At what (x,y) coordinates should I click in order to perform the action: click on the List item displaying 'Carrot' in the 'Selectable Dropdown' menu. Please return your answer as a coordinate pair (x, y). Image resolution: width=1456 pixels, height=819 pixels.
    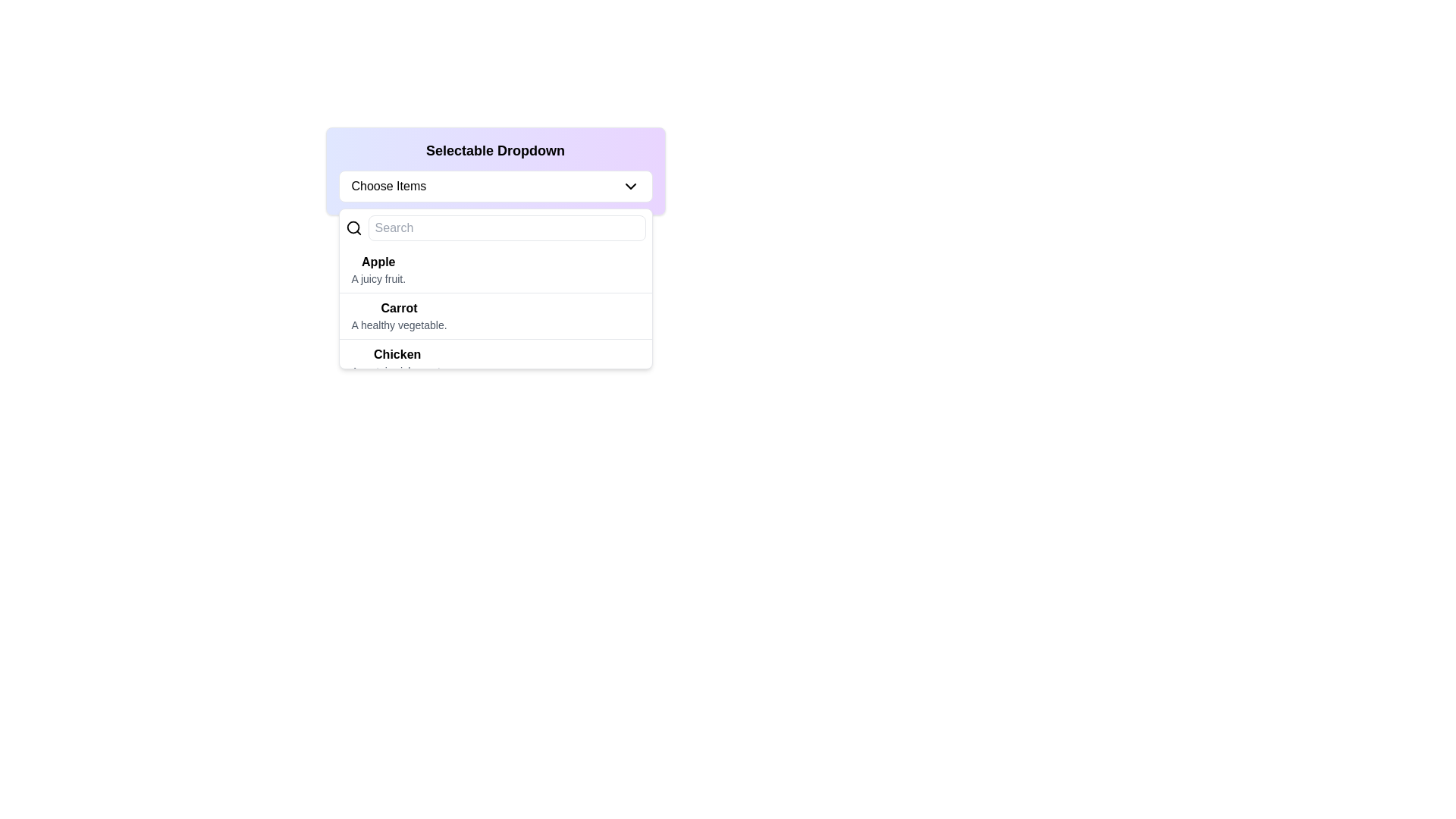
    Looking at the image, I should click on (495, 315).